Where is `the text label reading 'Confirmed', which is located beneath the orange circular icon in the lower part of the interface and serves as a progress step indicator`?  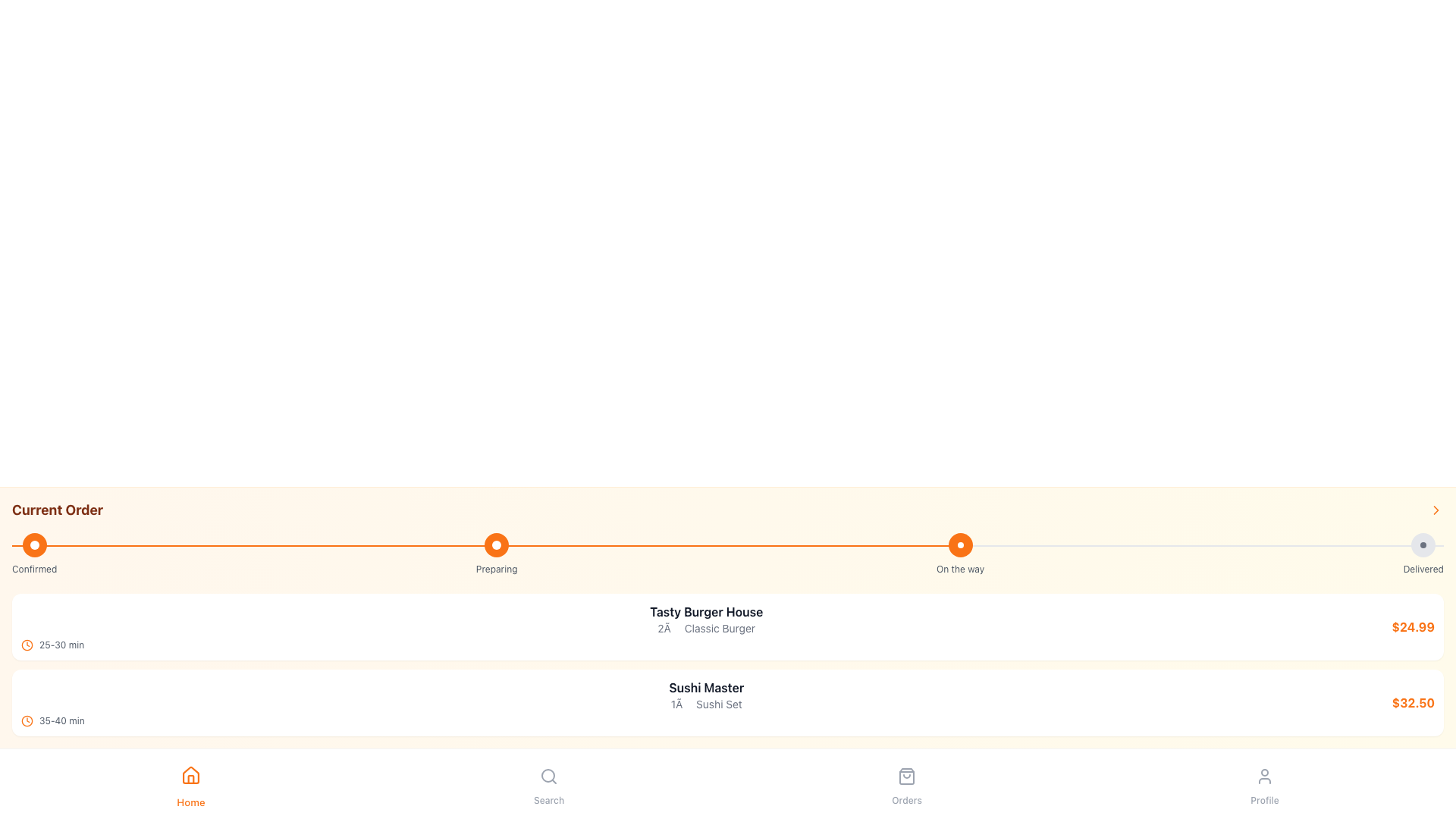 the text label reading 'Confirmed', which is located beneath the orange circular icon in the lower part of the interface and serves as a progress step indicator is located at coordinates (34, 570).